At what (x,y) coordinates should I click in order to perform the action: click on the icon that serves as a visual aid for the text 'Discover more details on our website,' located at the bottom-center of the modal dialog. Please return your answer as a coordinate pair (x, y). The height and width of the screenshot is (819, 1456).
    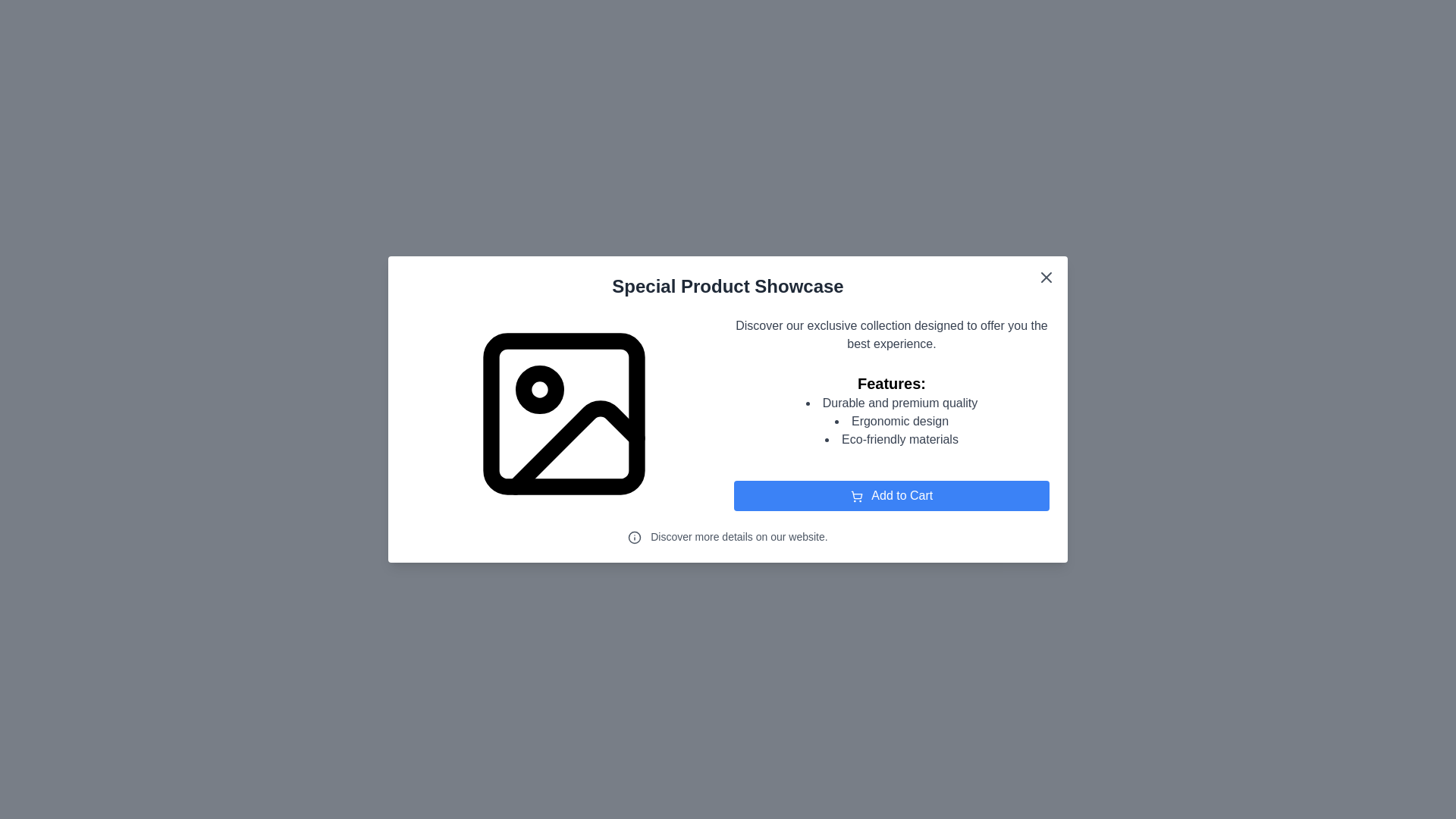
    Looking at the image, I should click on (635, 537).